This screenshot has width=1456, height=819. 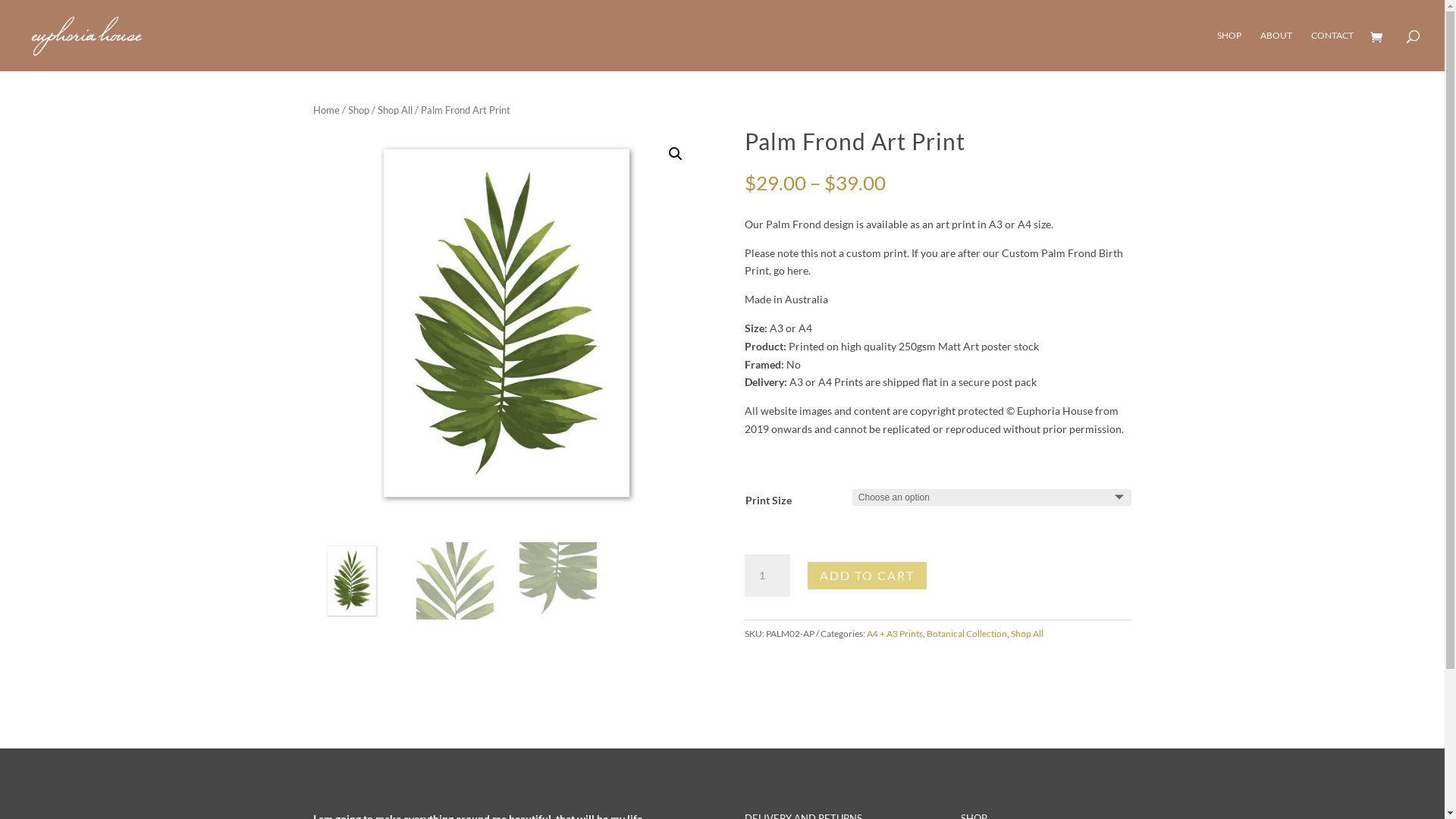 What do you see at coordinates (325, 109) in the screenshot?
I see `'Home'` at bounding box center [325, 109].